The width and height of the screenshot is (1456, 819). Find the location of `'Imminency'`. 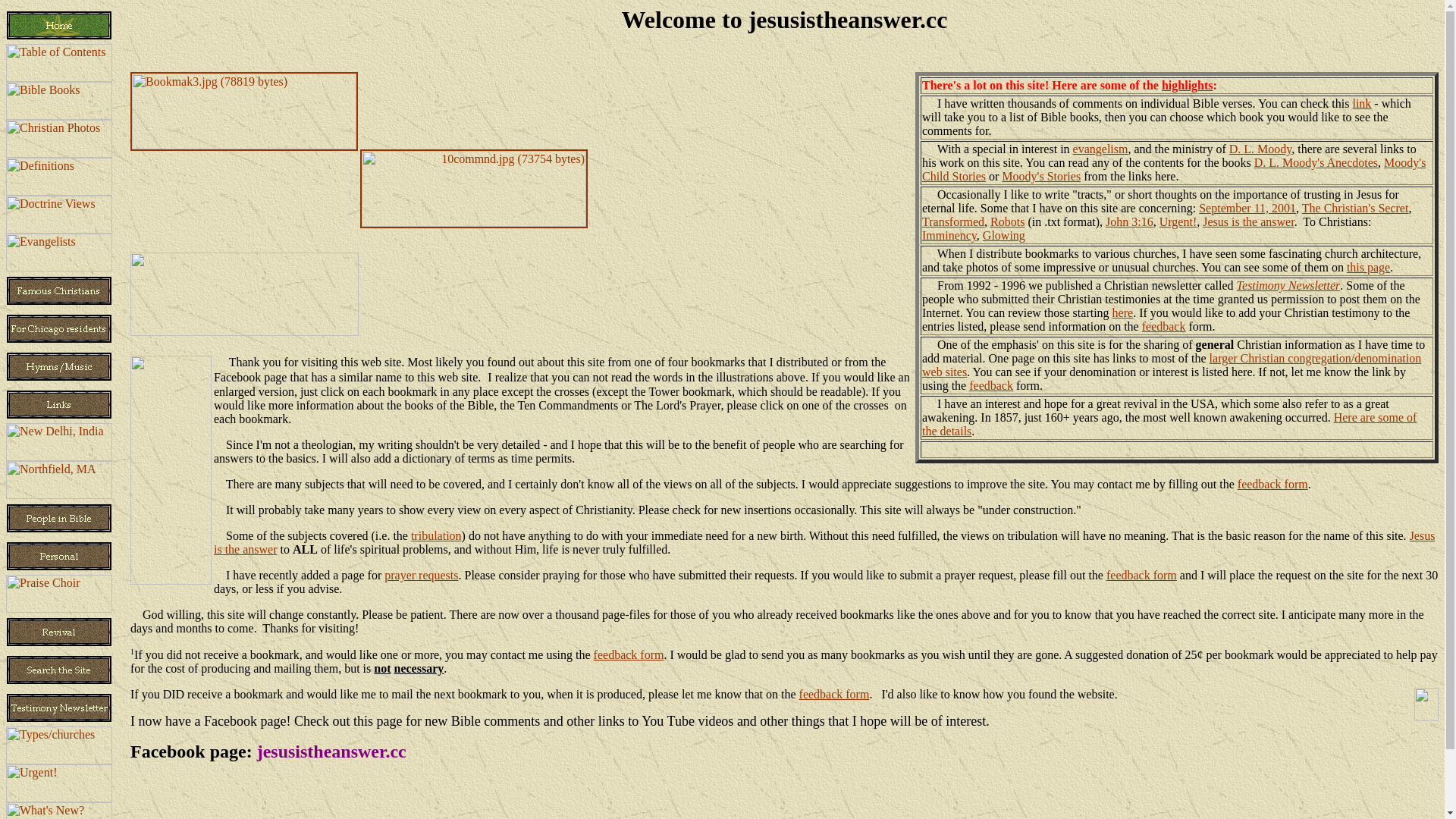

'Imminency' is located at coordinates (949, 235).